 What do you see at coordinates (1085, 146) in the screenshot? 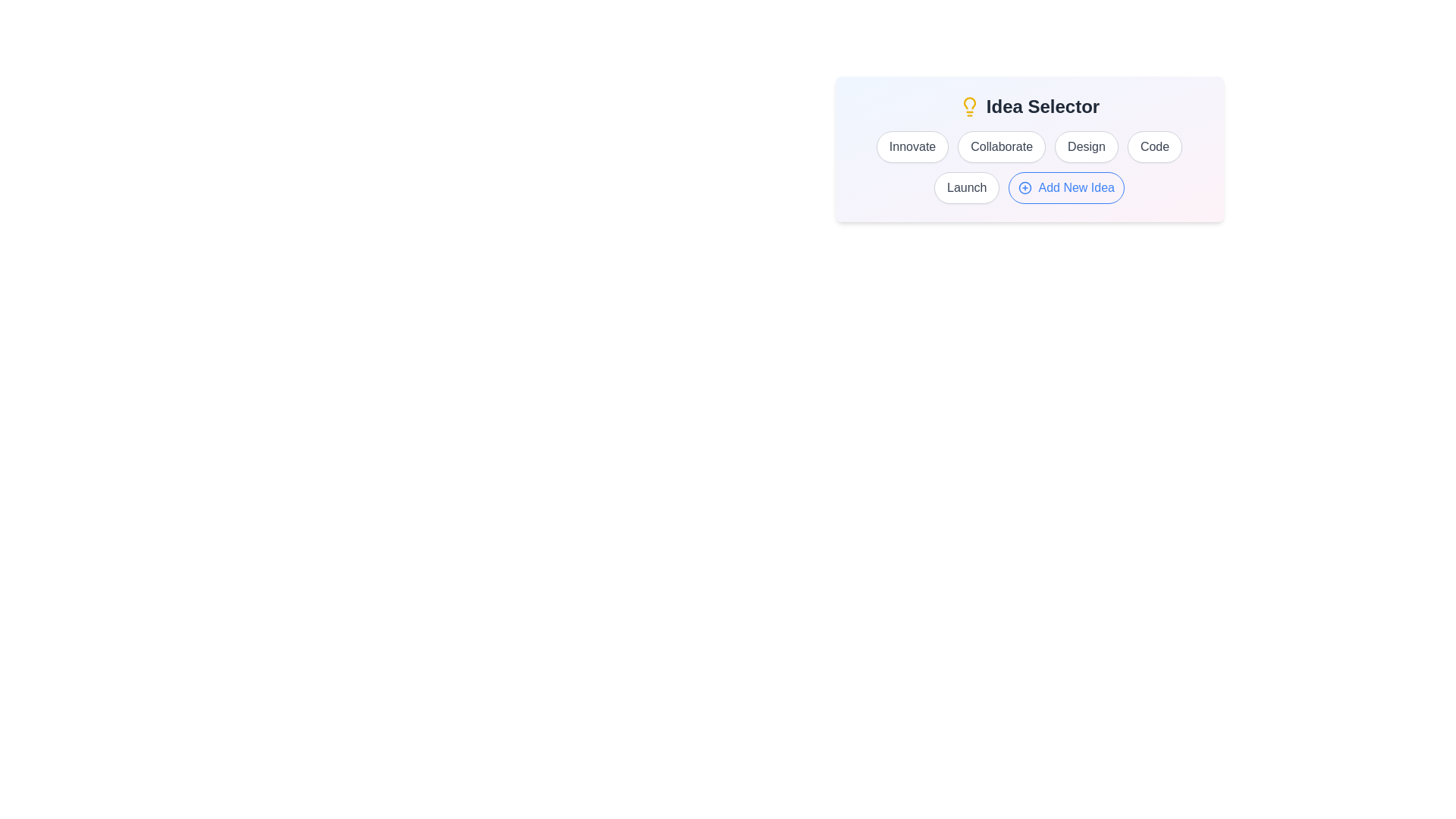
I see `the Design button to observe its hover effect` at bounding box center [1085, 146].